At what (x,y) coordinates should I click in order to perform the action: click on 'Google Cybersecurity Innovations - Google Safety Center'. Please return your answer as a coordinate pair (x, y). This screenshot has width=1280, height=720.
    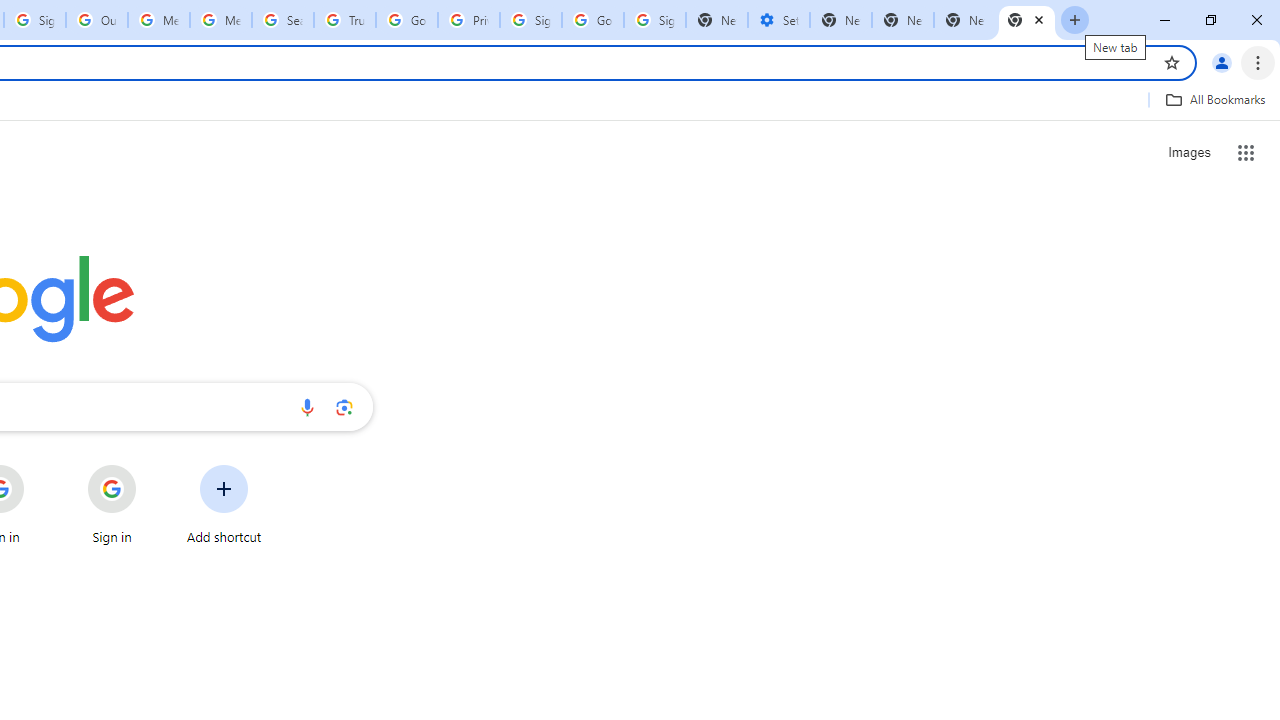
    Looking at the image, I should click on (592, 20).